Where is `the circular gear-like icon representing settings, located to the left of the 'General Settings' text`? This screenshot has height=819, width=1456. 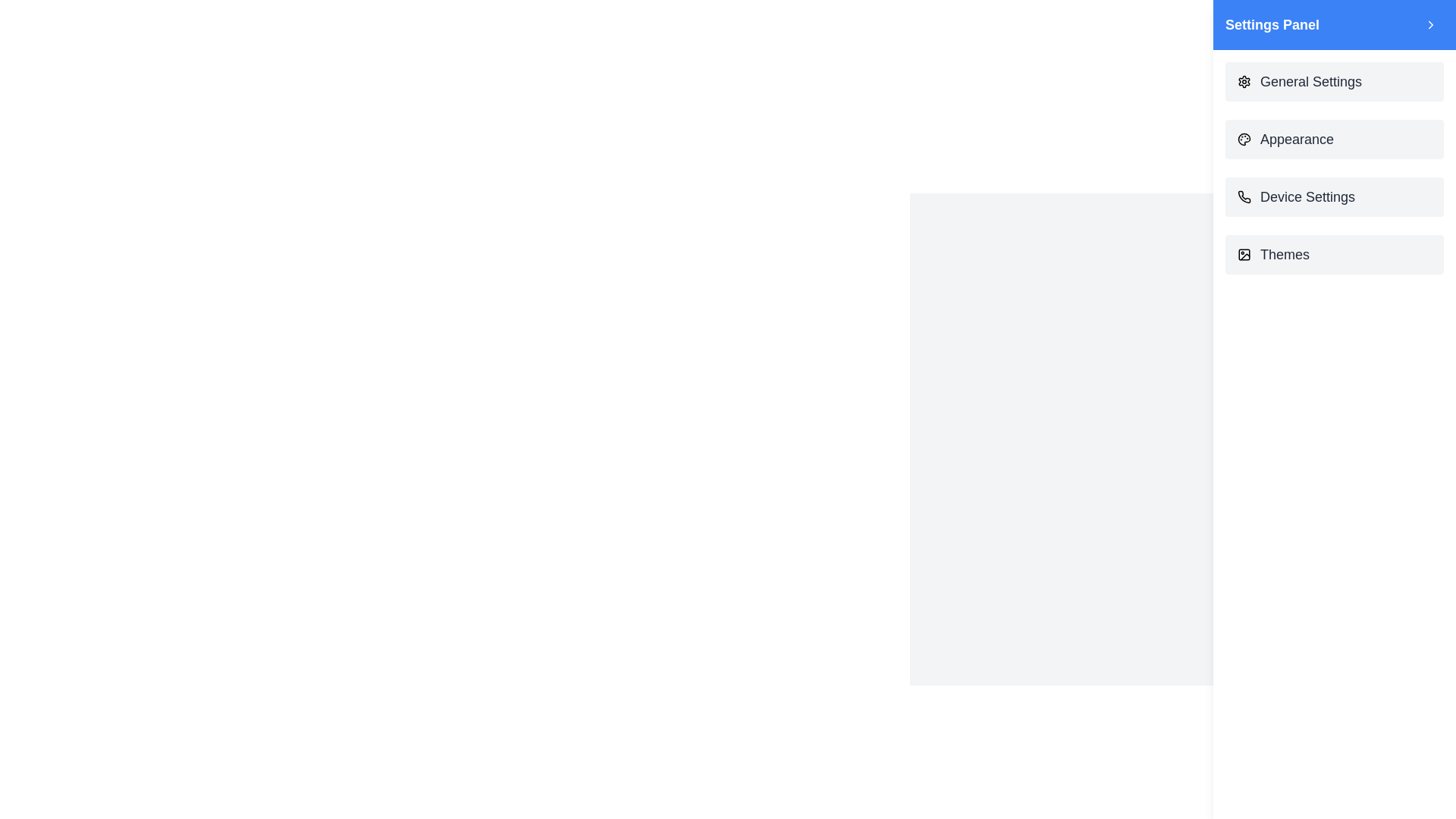 the circular gear-like icon representing settings, located to the left of the 'General Settings' text is located at coordinates (1244, 82).